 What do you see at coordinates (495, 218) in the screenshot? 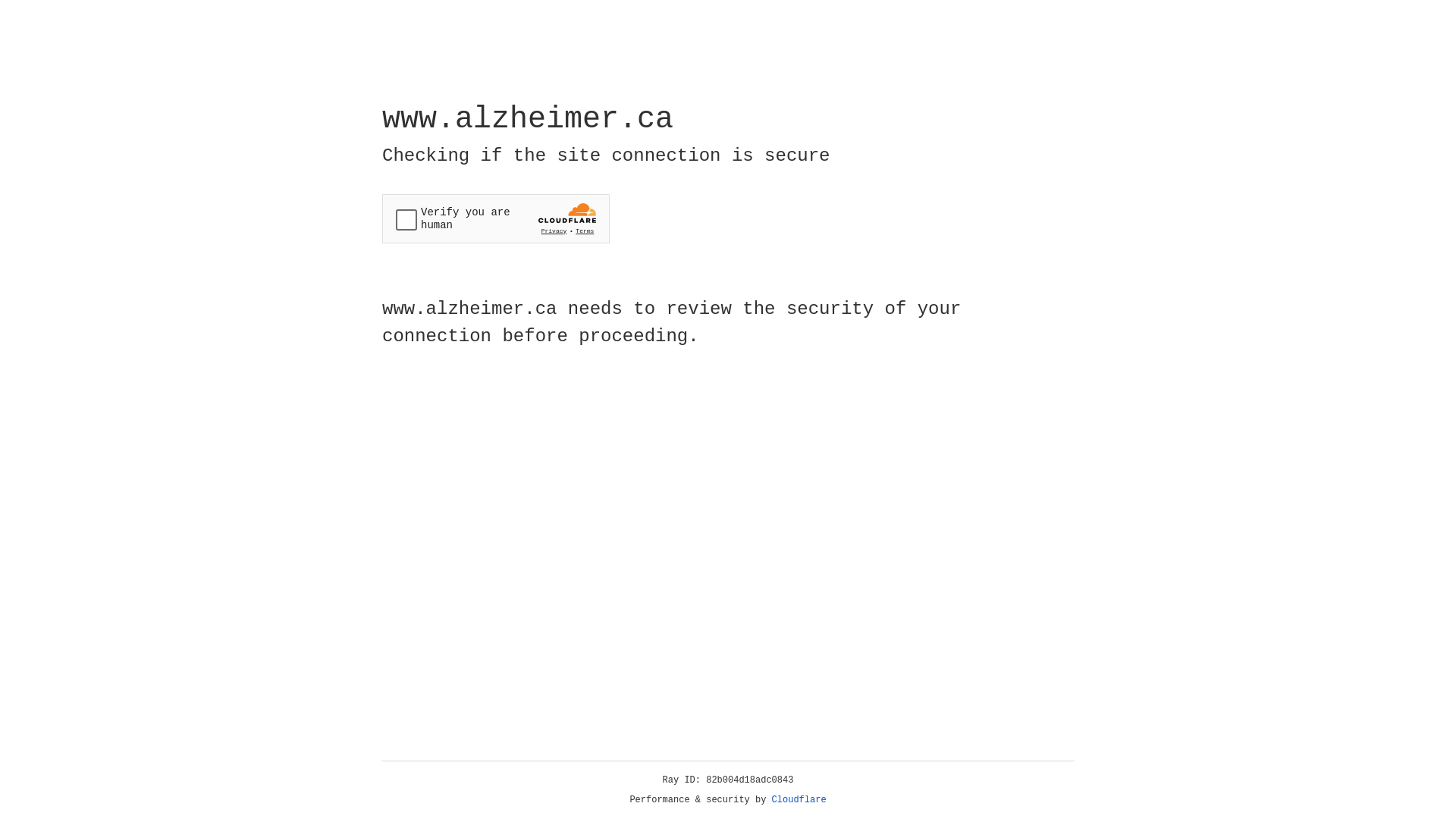
I see `'Widget containing a Cloudflare security challenge'` at bounding box center [495, 218].